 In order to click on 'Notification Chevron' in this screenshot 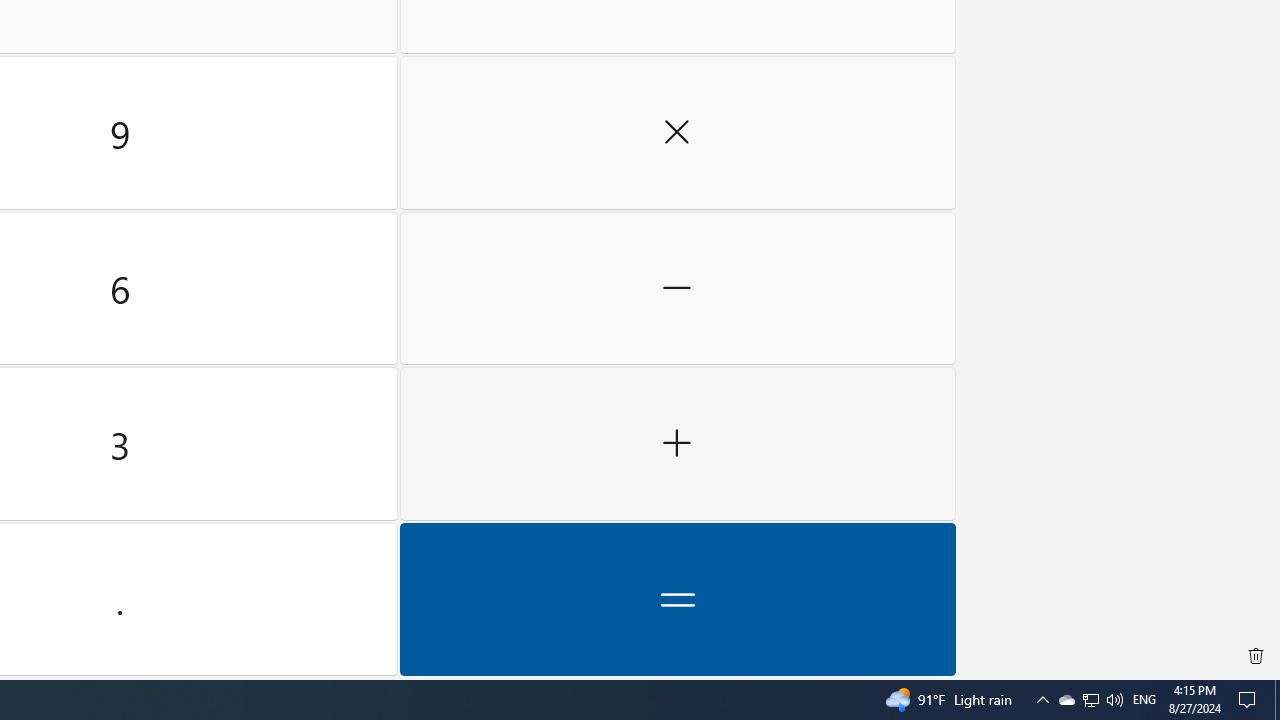, I will do `click(1090, 698)`.